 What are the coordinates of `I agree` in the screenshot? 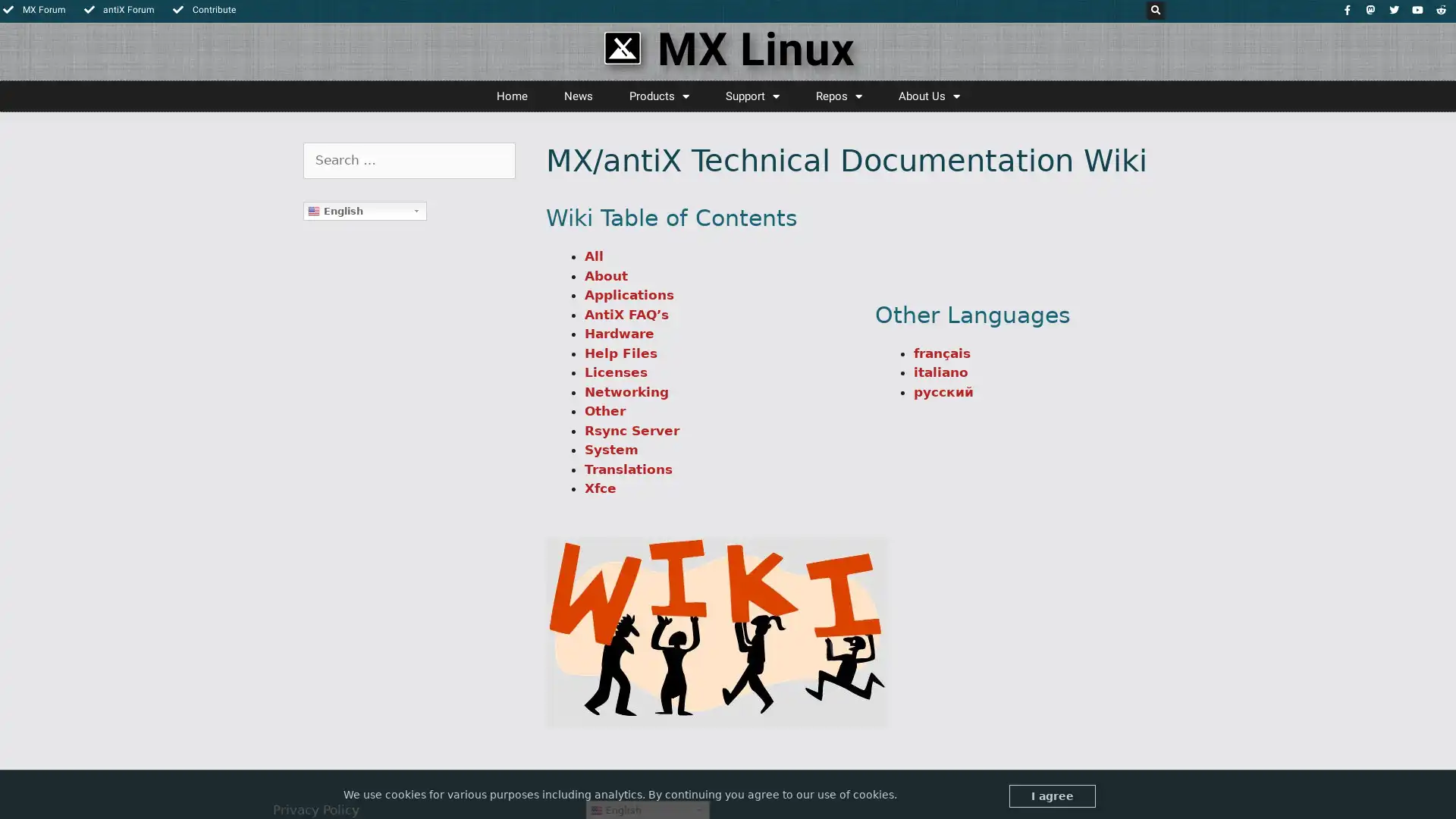 It's located at (1051, 795).